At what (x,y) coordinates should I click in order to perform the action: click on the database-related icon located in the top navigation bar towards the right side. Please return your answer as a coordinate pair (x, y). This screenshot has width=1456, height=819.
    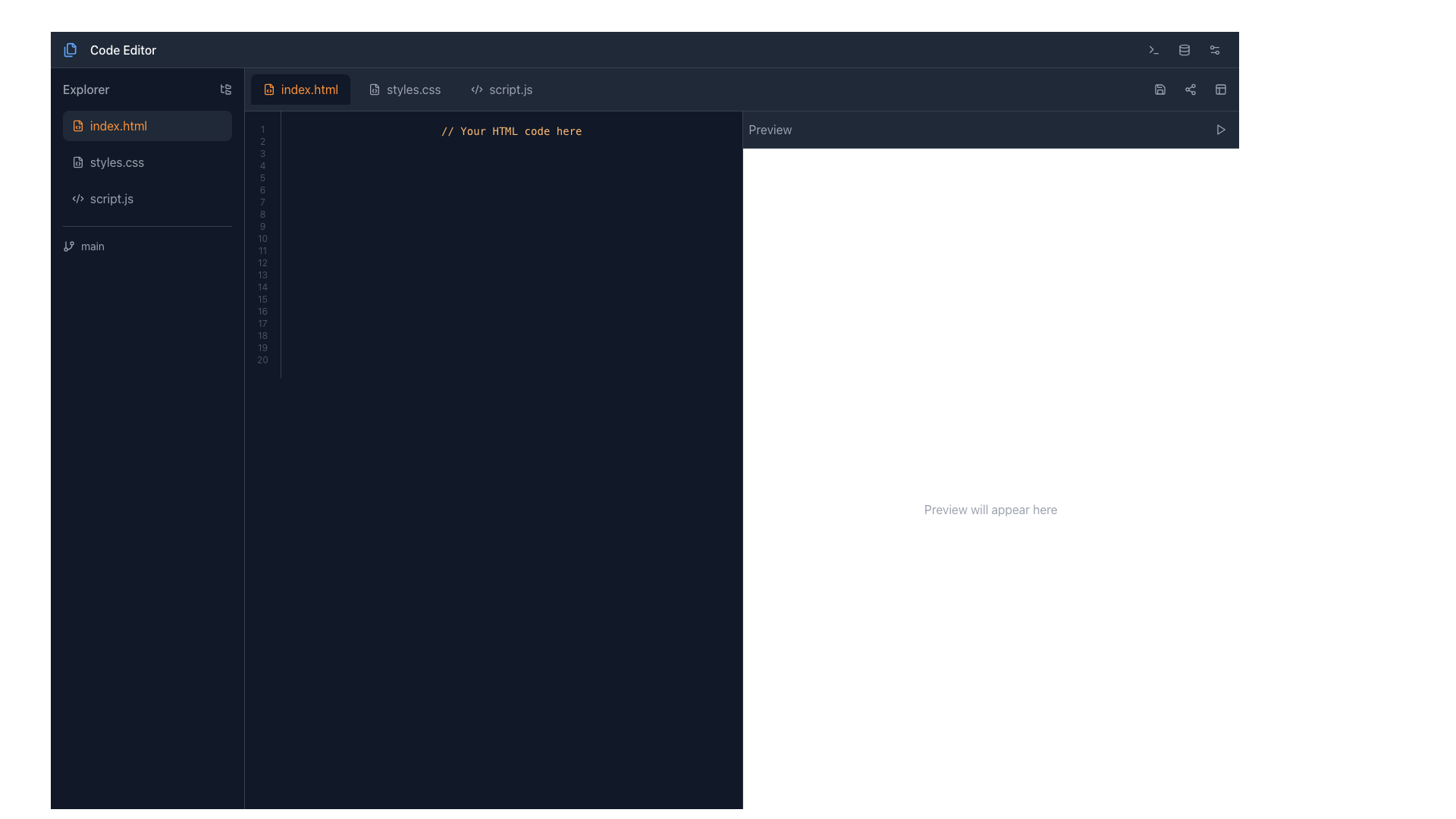
    Looking at the image, I should click on (1183, 49).